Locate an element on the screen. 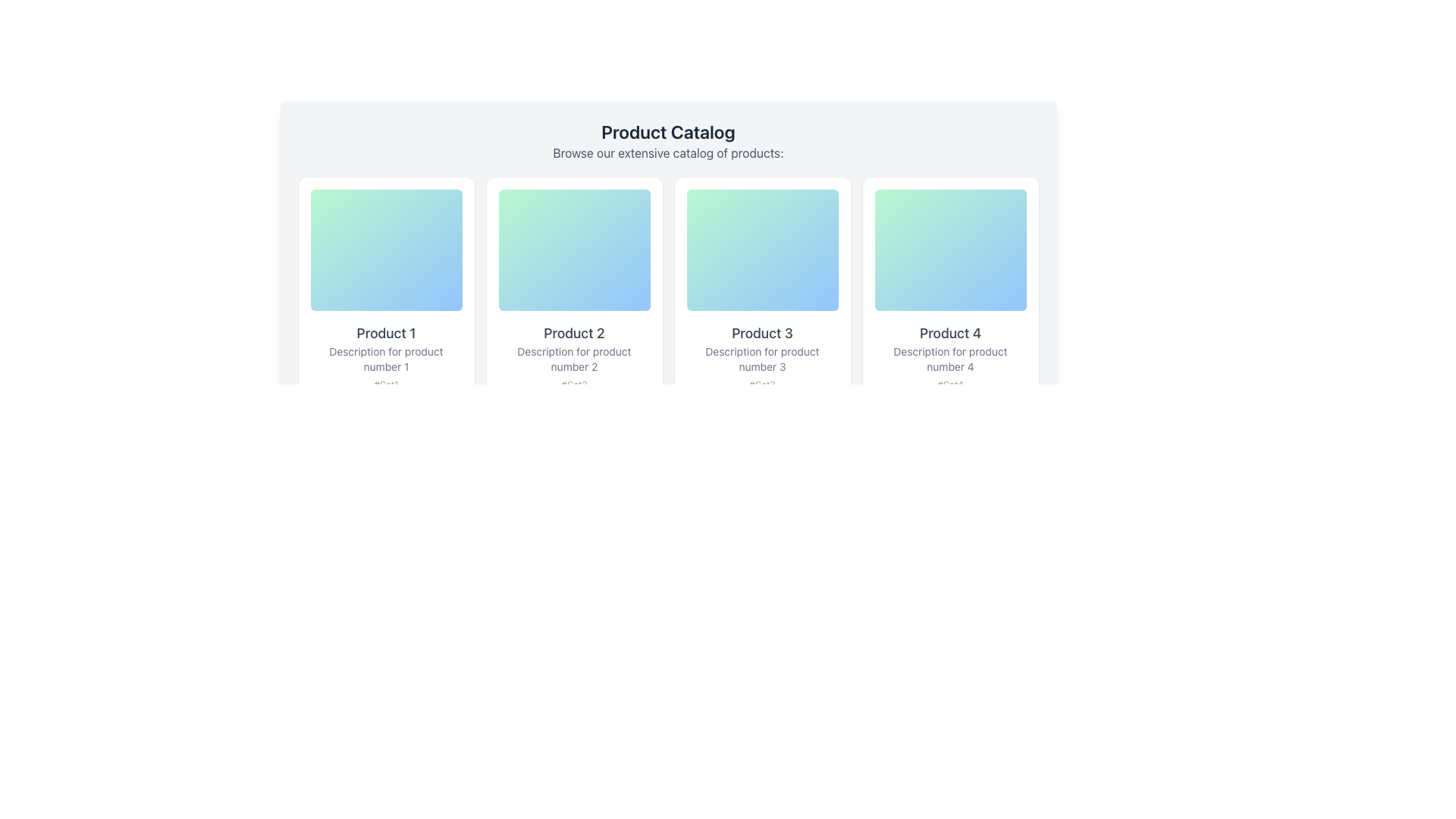  the Text Label element stating 'Description for product number 4', which is located below 'Product 4' and above '#Cat4', in the Product Catalog section is located at coordinates (949, 359).